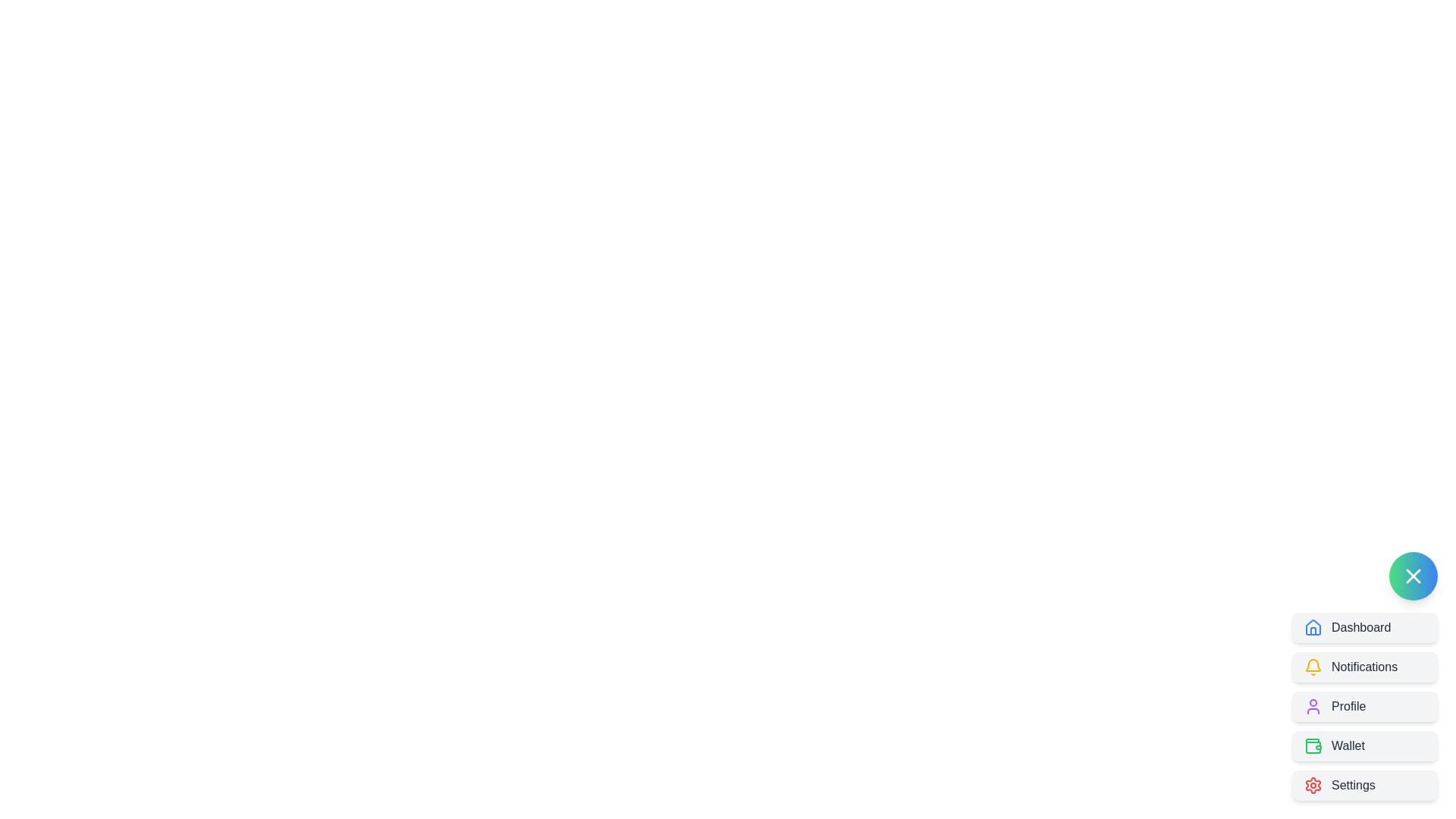 This screenshot has height=819, width=1456. What do you see at coordinates (1313, 664) in the screenshot?
I see `the yellow bell icon with a hollow interior located next to the 'Notifications' label` at bounding box center [1313, 664].